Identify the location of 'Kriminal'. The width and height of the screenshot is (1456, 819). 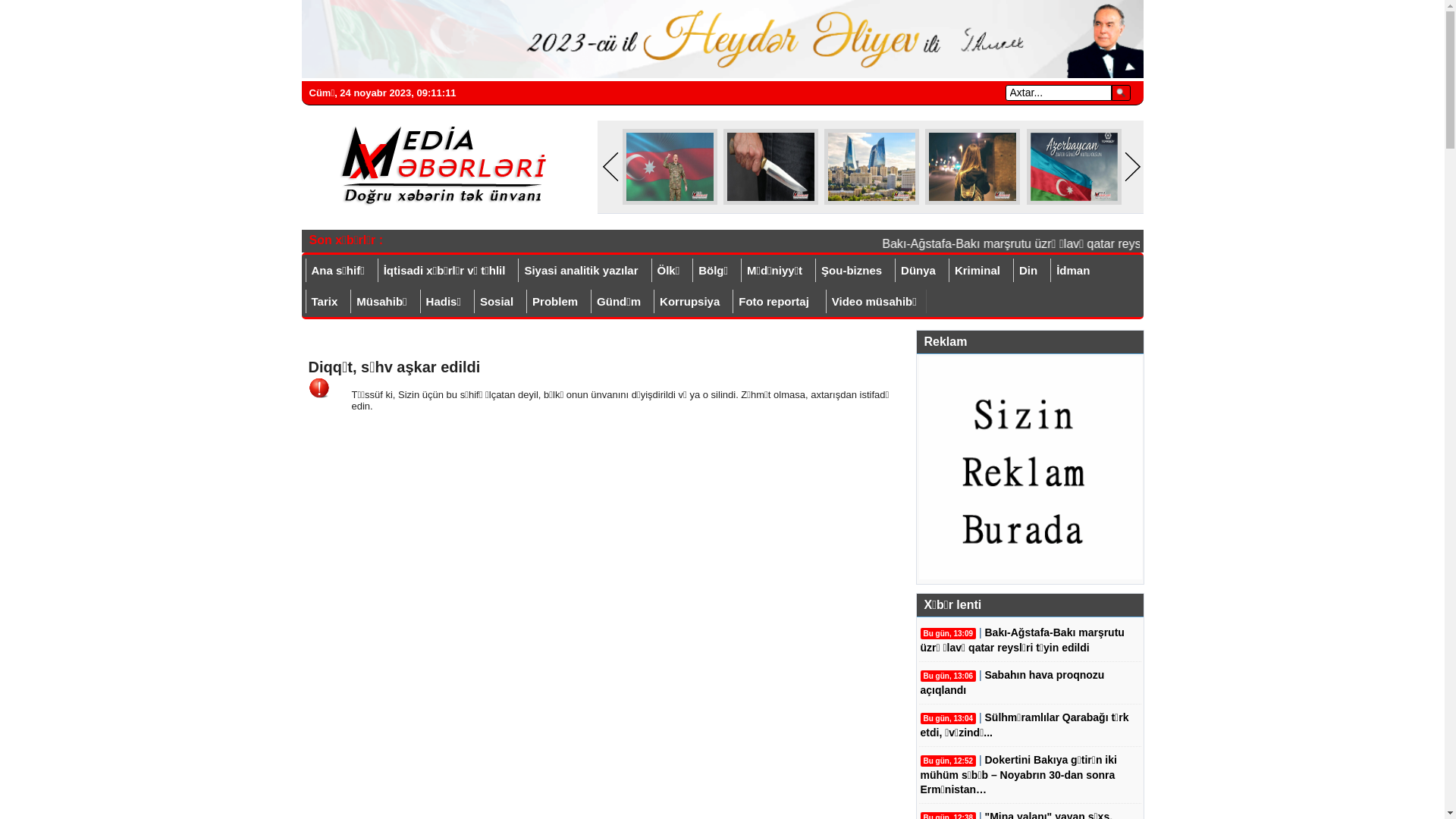
(948, 269).